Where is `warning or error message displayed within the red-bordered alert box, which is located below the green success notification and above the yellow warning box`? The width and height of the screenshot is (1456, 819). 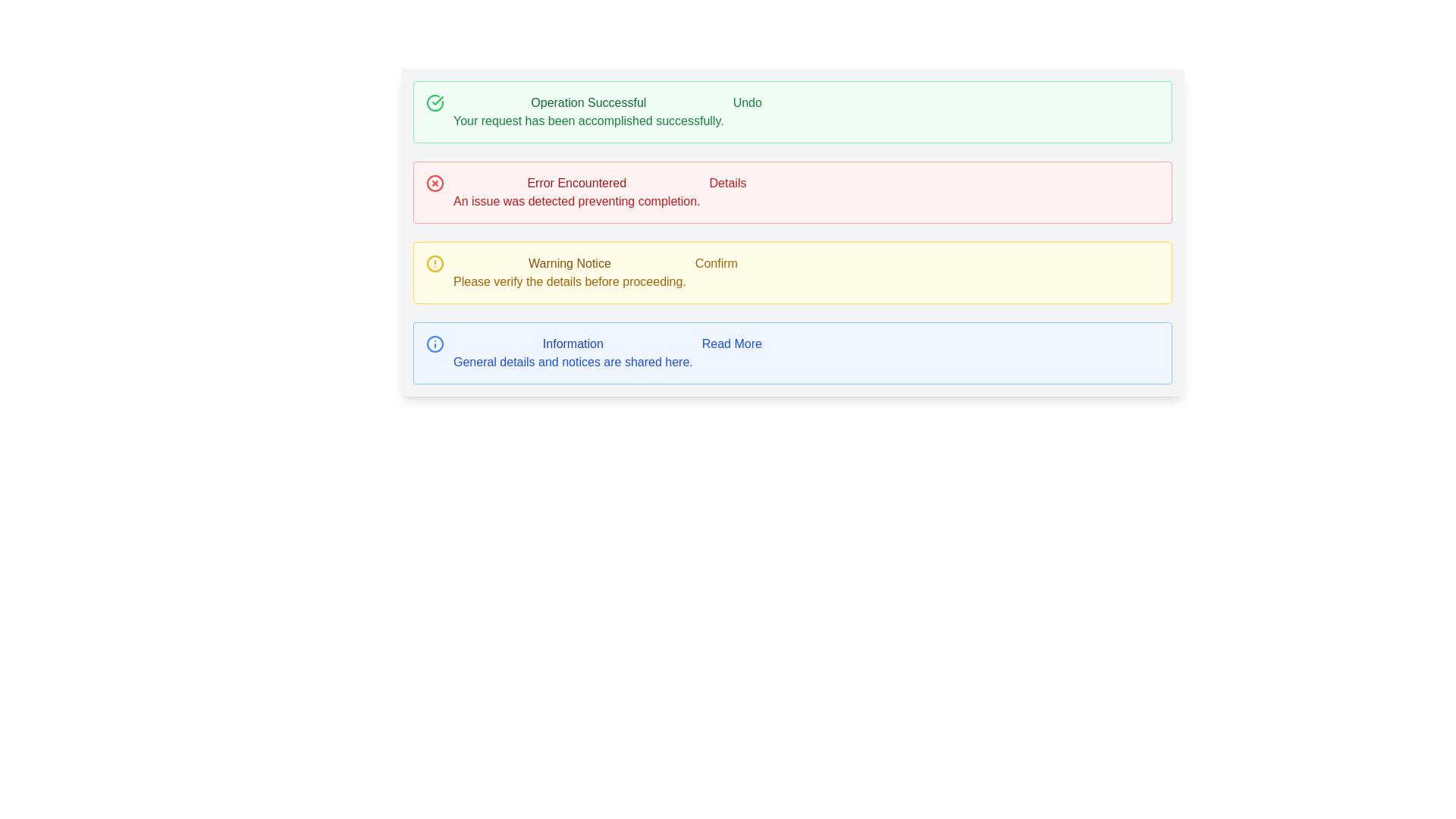
warning or error message displayed within the red-bordered alert box, which is located below the green success notification and above the yellow warning box is located at coordinates (576, 192).